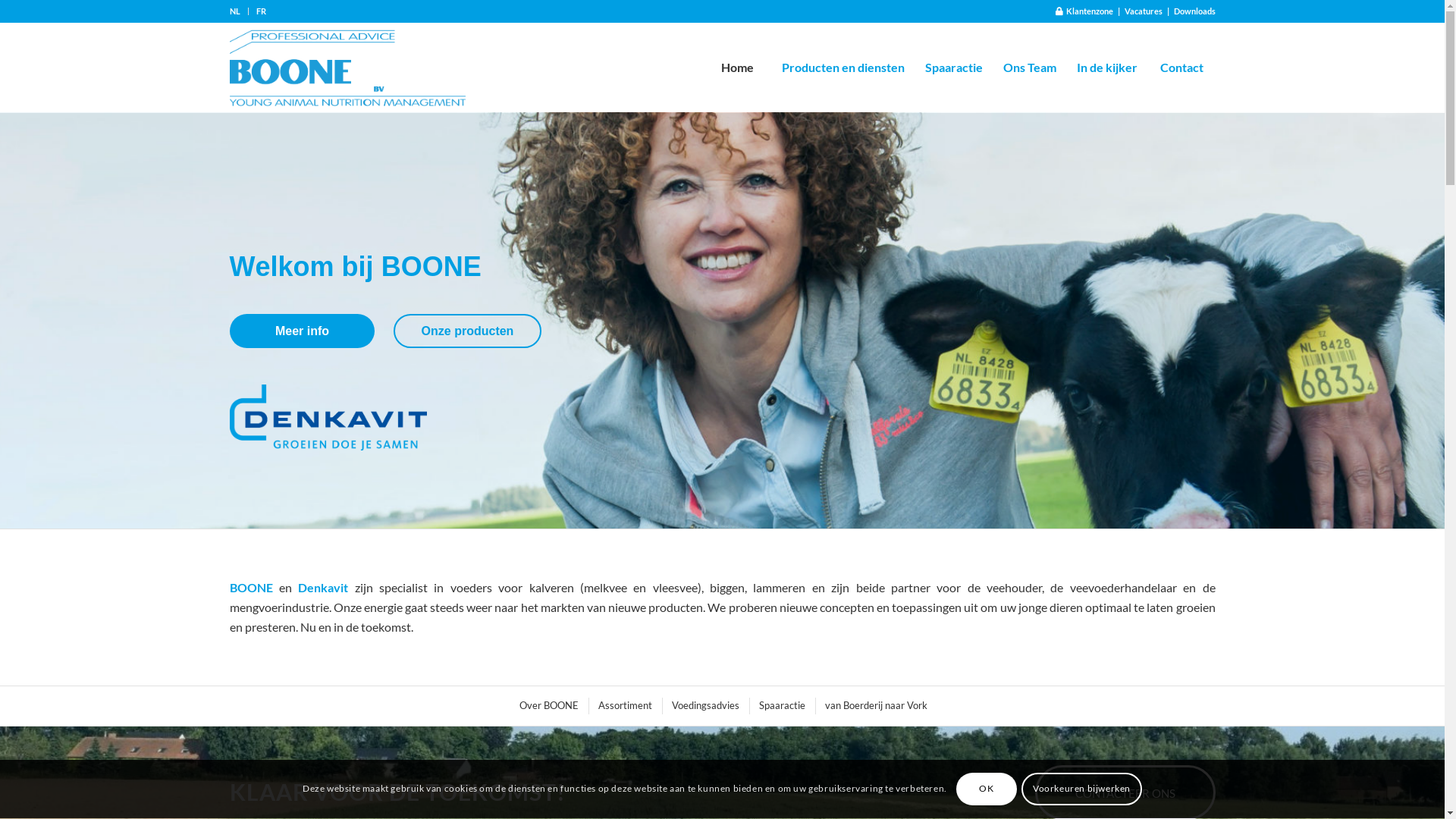 This screenshot has height=819, width=1456. I want to click on 'Vacatures', so click(1124, 11).